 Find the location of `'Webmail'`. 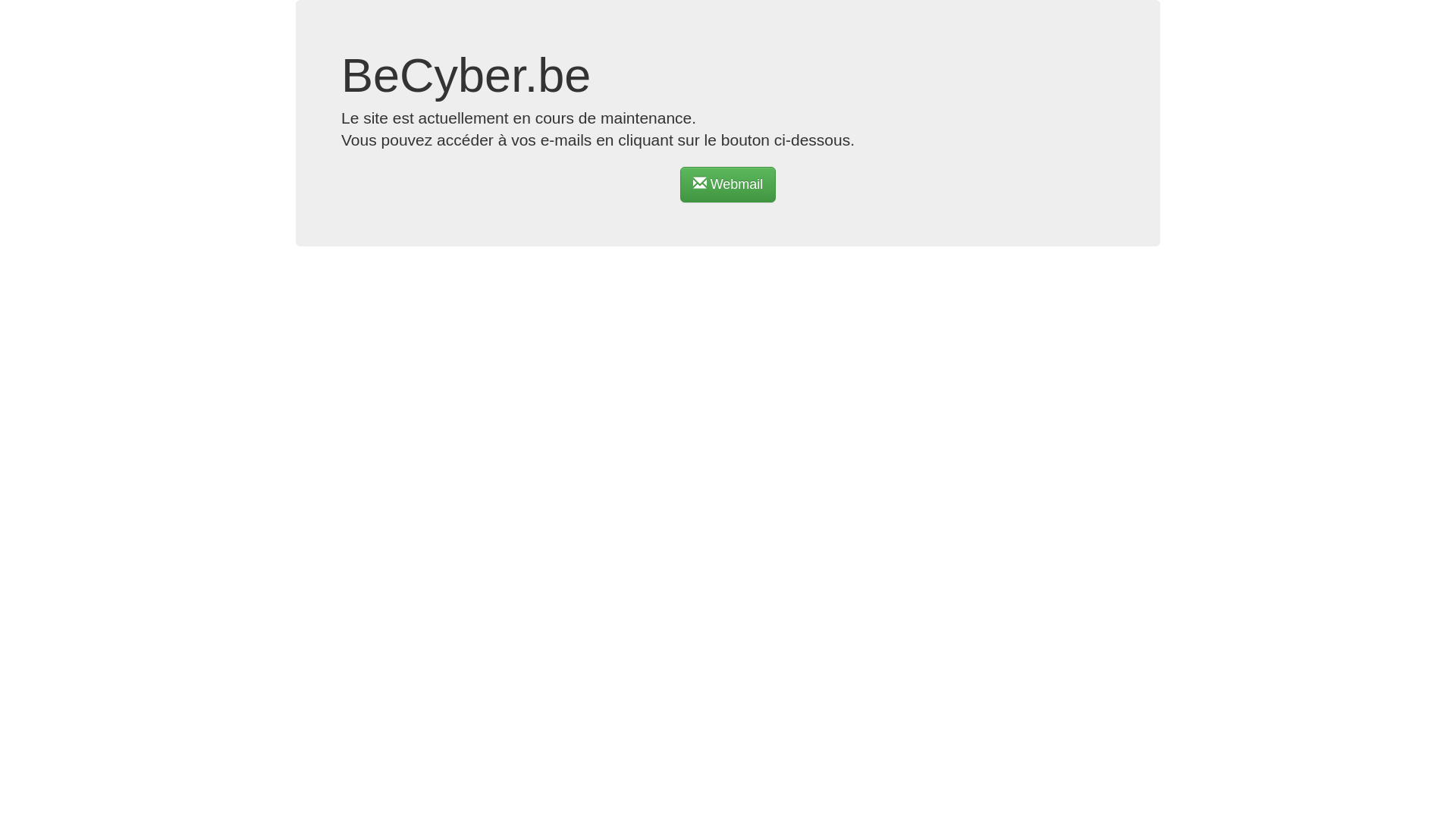

'Webmail' is located at coordinates (679, 184).